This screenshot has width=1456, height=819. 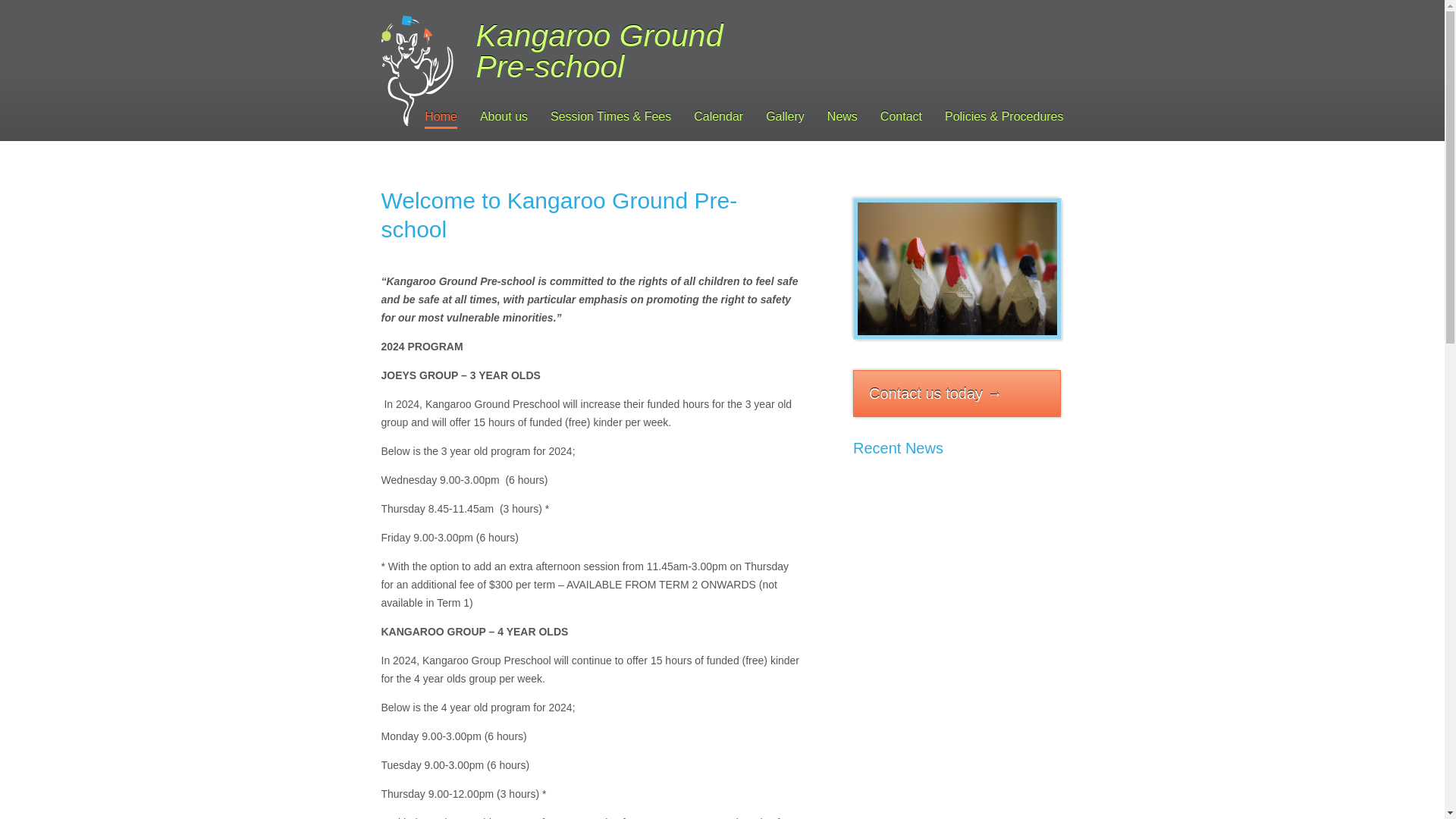 What do you see at coordinates (944, 117) in the screenshot?
I see `'Policies & Procedures'` at bounding box center [944, 117].